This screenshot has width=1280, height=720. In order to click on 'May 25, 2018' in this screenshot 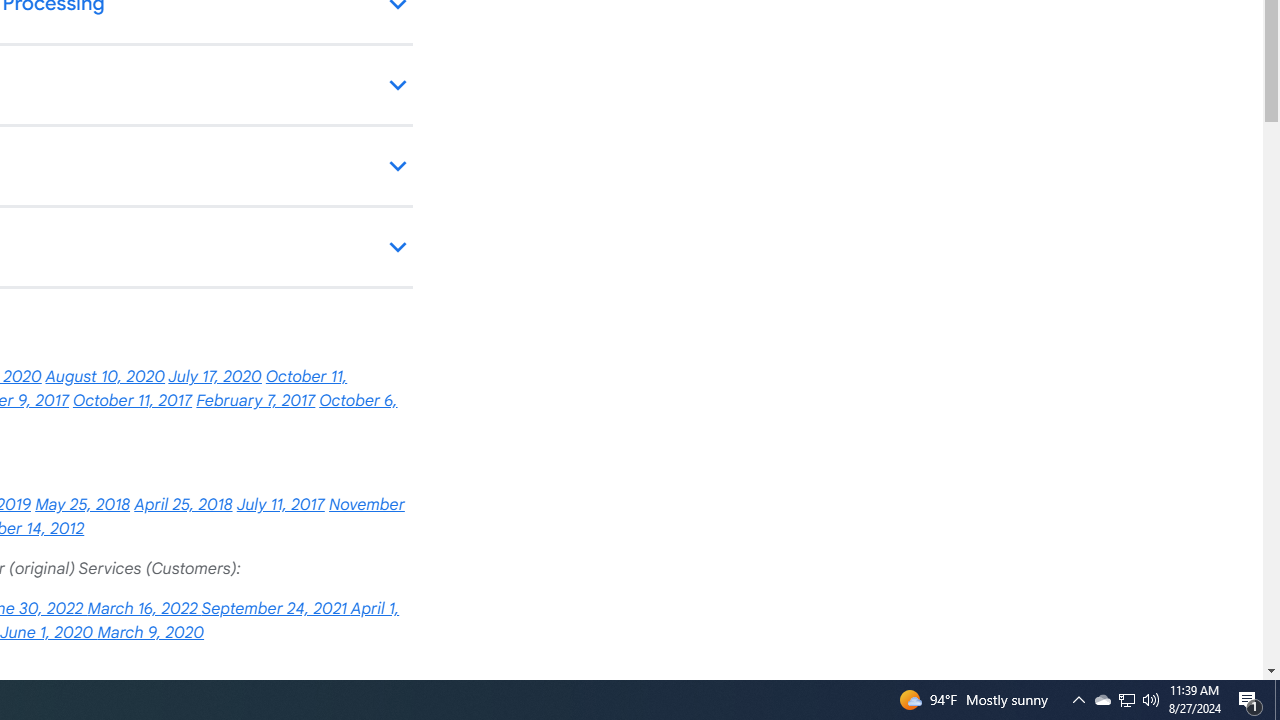, I will do `click(81, 504)`.